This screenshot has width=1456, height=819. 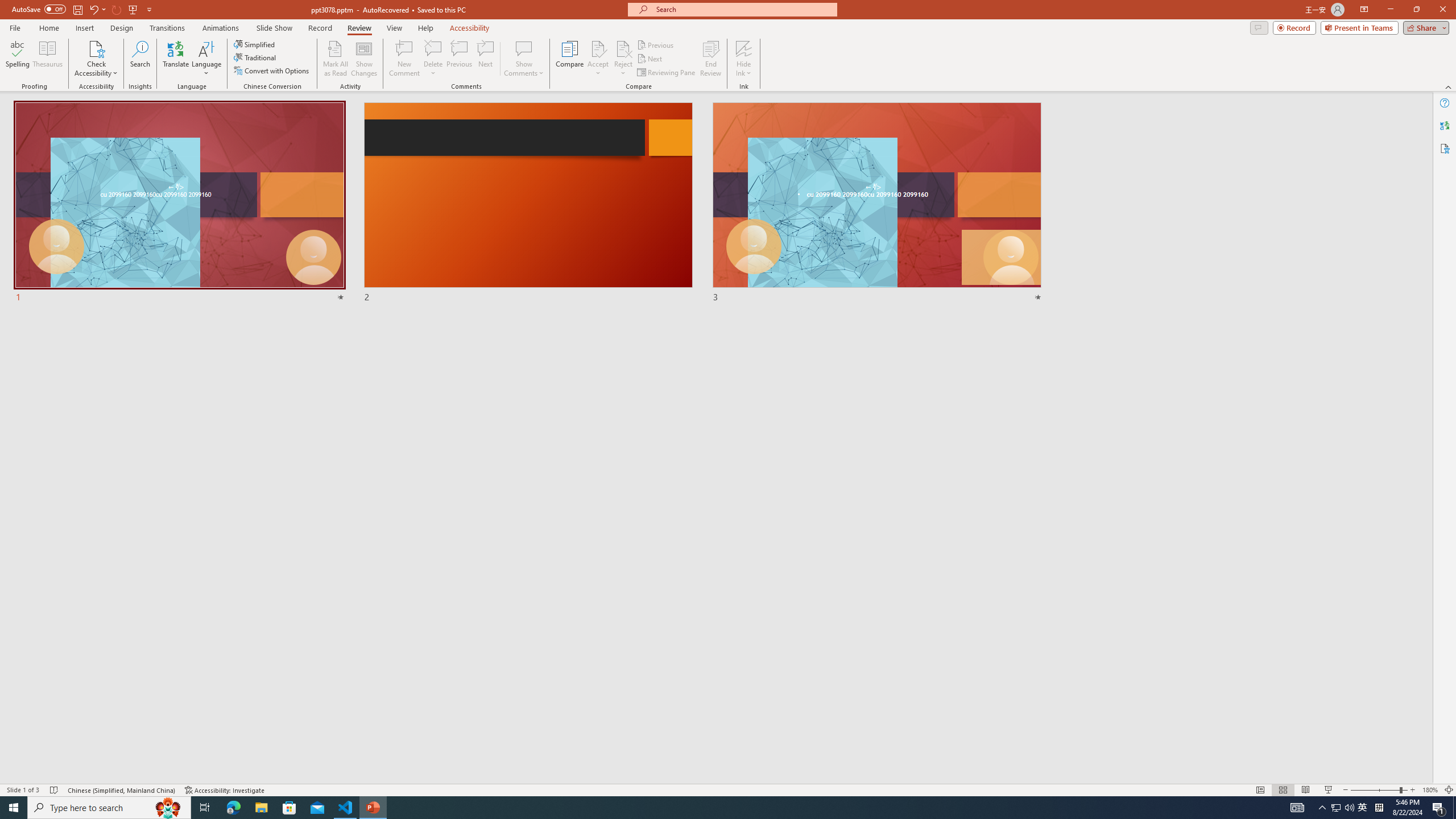 What do you see at coordinates (744, 48) in the screenshot?
I see `'Hide Ink'` at bounding box center [744, 48].